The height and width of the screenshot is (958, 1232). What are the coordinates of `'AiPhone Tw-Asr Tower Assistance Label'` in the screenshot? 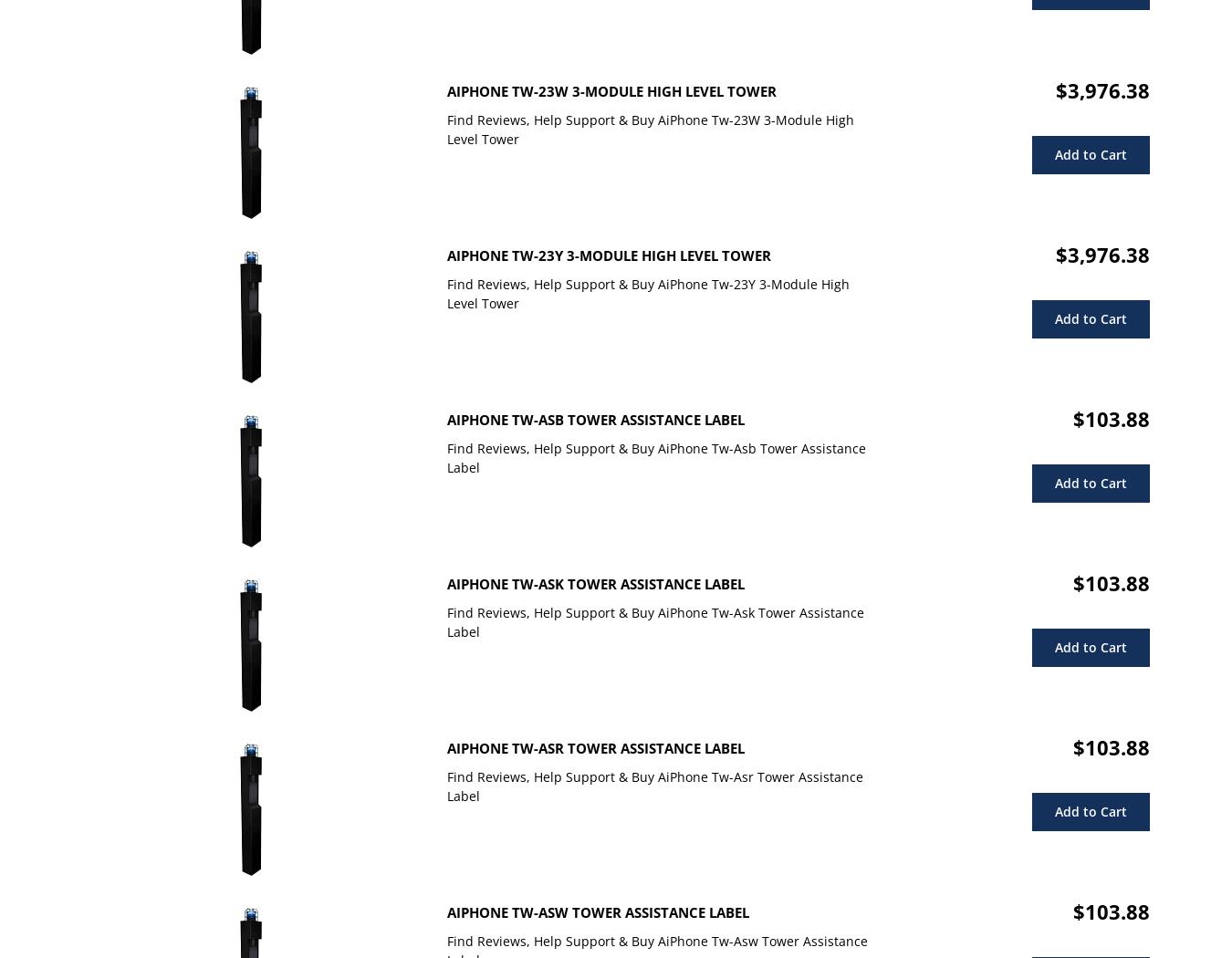 It's located at (595, 747).